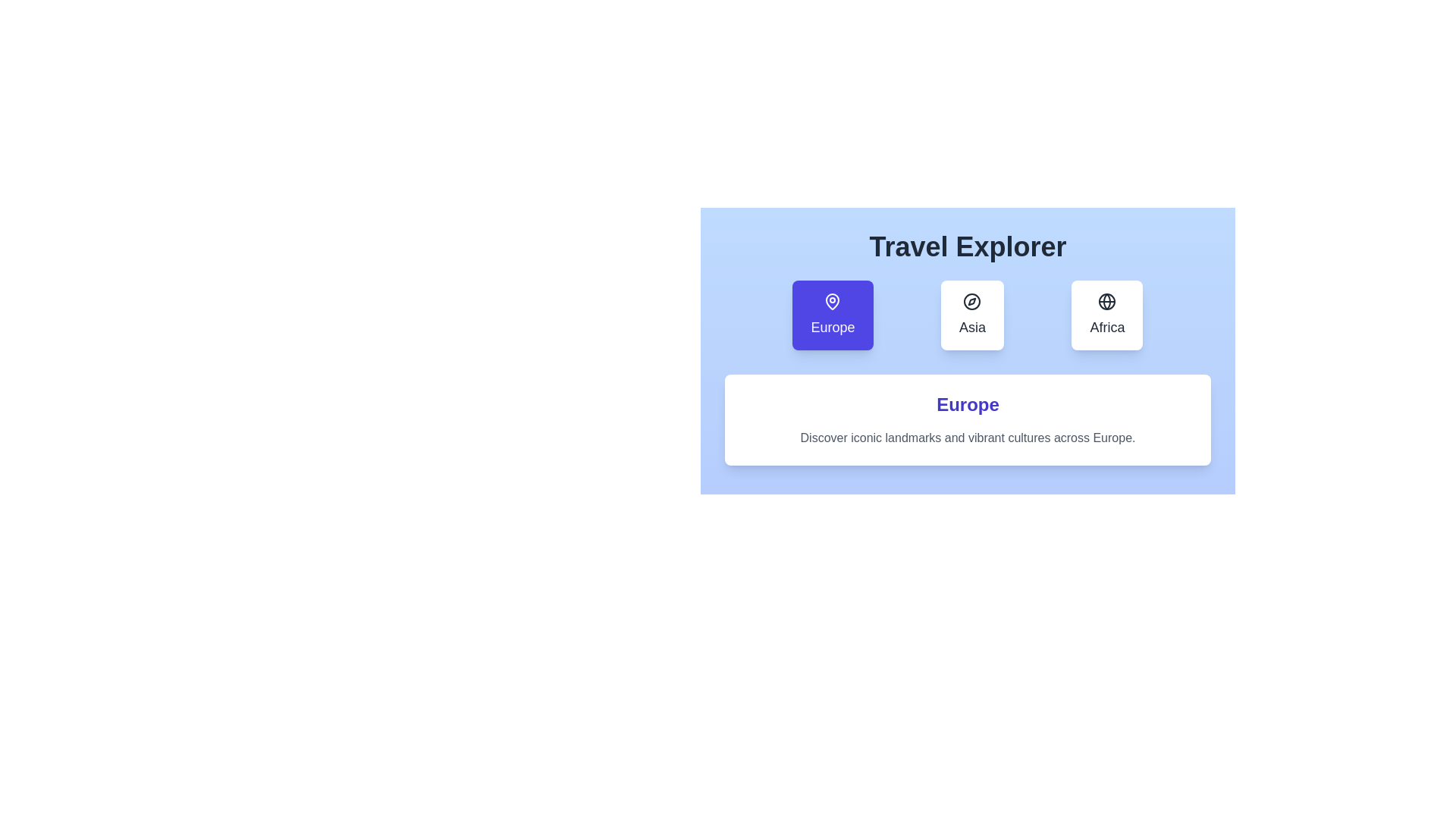 This screenshot has height=819, width=1456. Describe the element at coordinates (832, 327) in the screenshot. I see `the static text label for the button indicating 'Europe' as a travel destination, which is positioned towards the upper left within the interface` at that location.